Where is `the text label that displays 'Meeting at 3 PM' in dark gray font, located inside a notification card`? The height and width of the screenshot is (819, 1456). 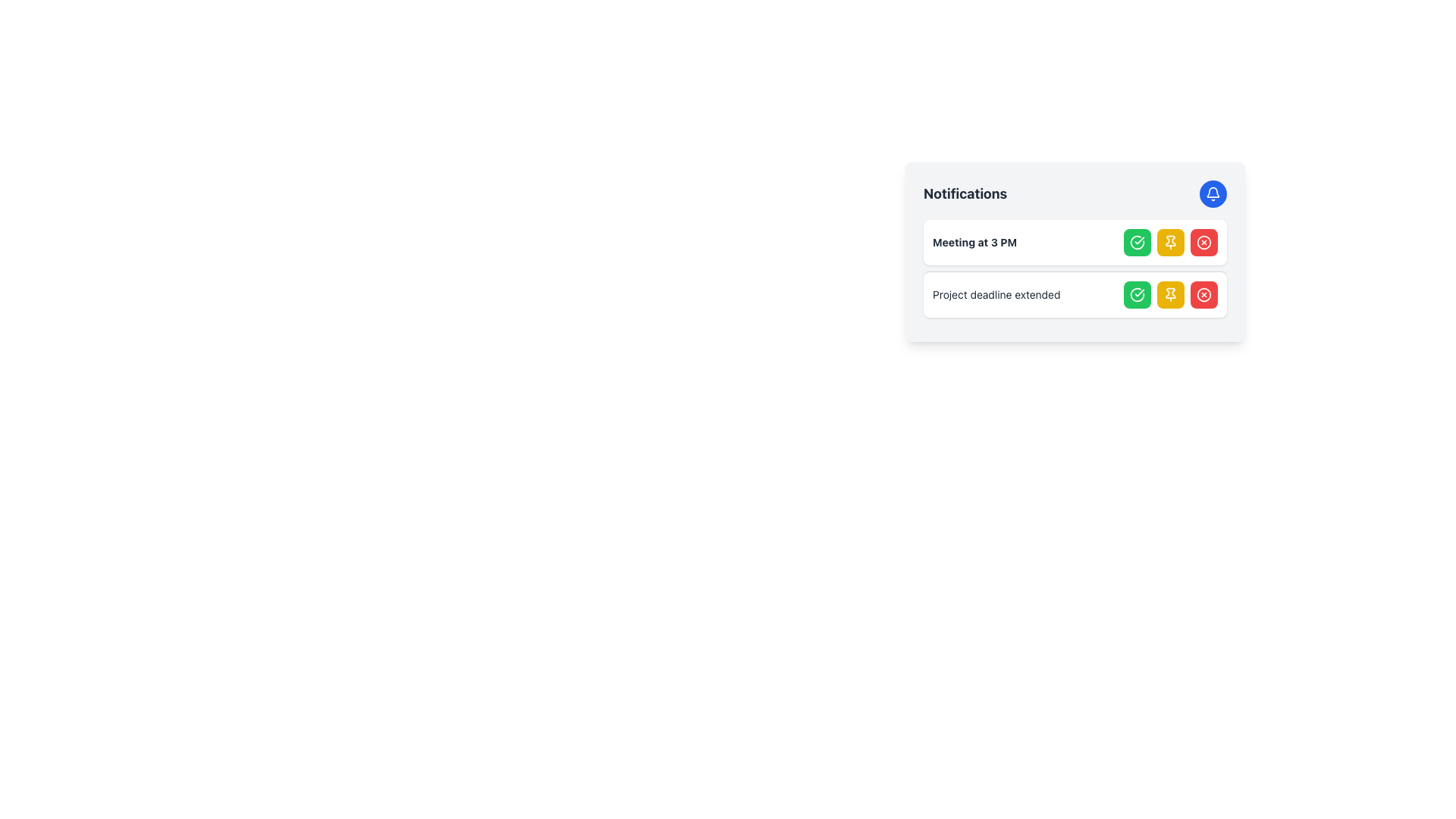
the text label that displays 'Meeting at 3 PM' in dark gray font, located inside a notification card is located at coordinates (974, 242).